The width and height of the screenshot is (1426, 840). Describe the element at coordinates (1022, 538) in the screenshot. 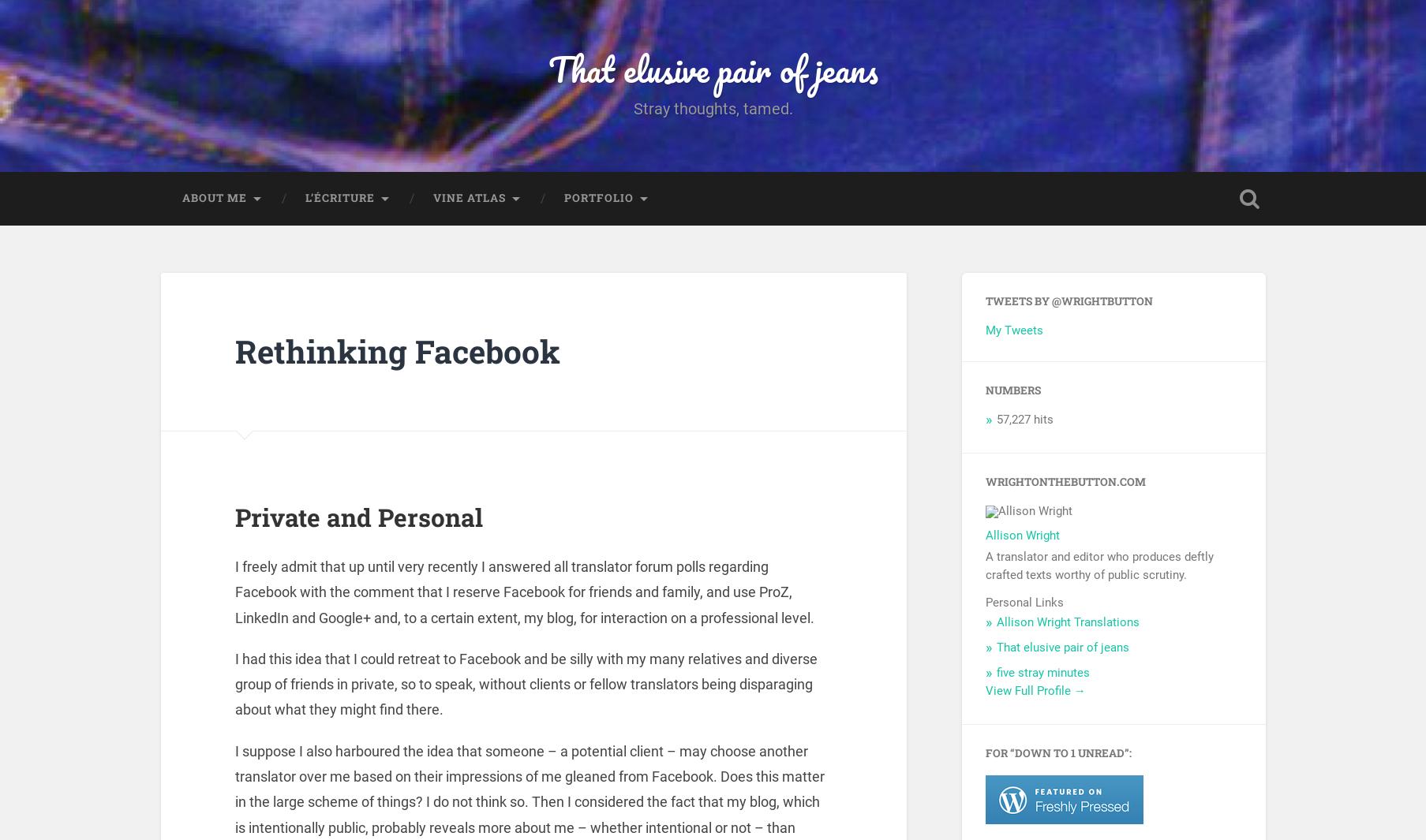

I see `'Allison Wright'` at that location.